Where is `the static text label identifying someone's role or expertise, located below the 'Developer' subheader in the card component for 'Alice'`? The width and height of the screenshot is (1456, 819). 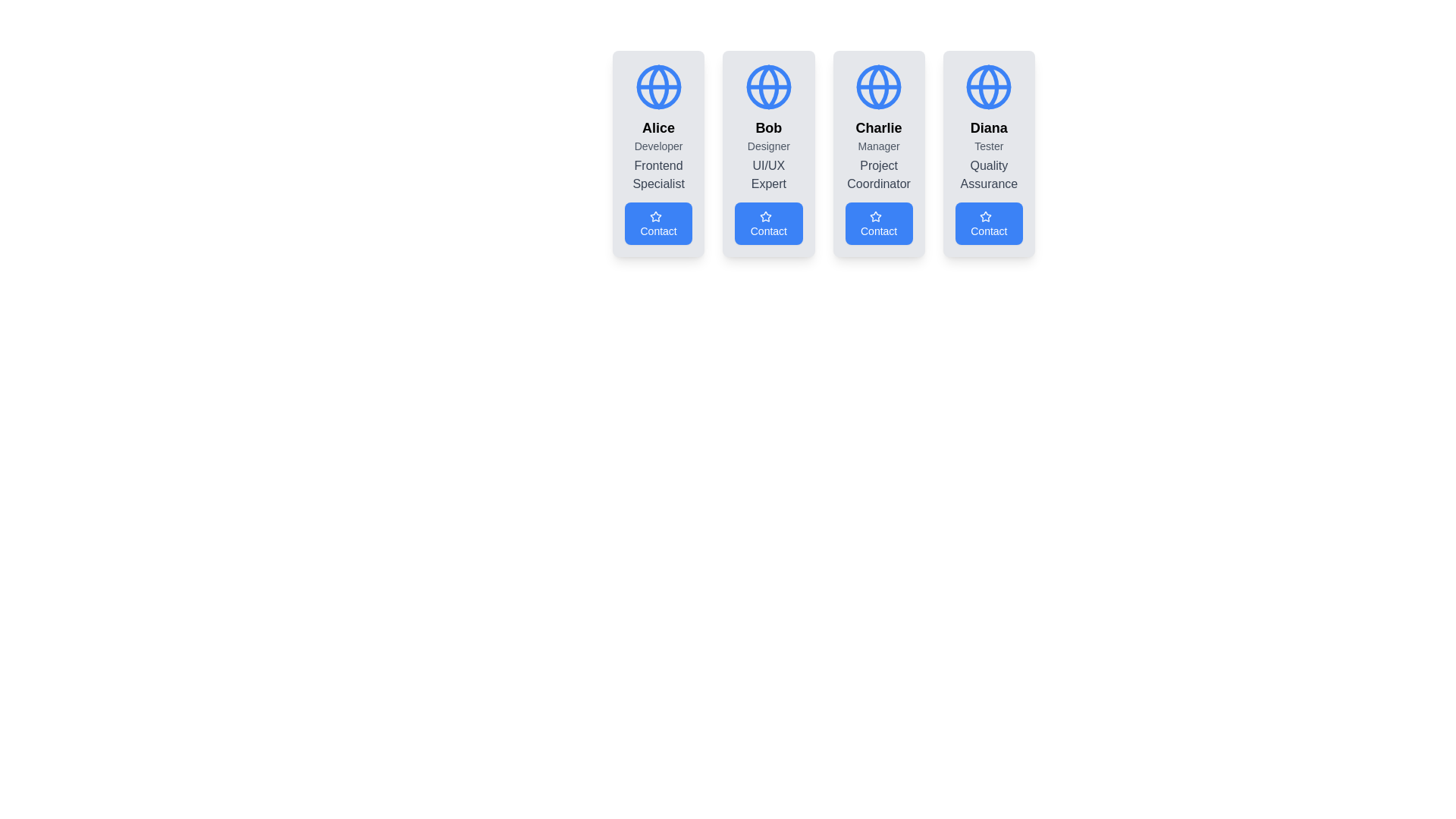 the static text label identifying someone's role or expertise, located below the 'Developer' subheader in the card component for 'Alice' is located at coordinates (658, 174).